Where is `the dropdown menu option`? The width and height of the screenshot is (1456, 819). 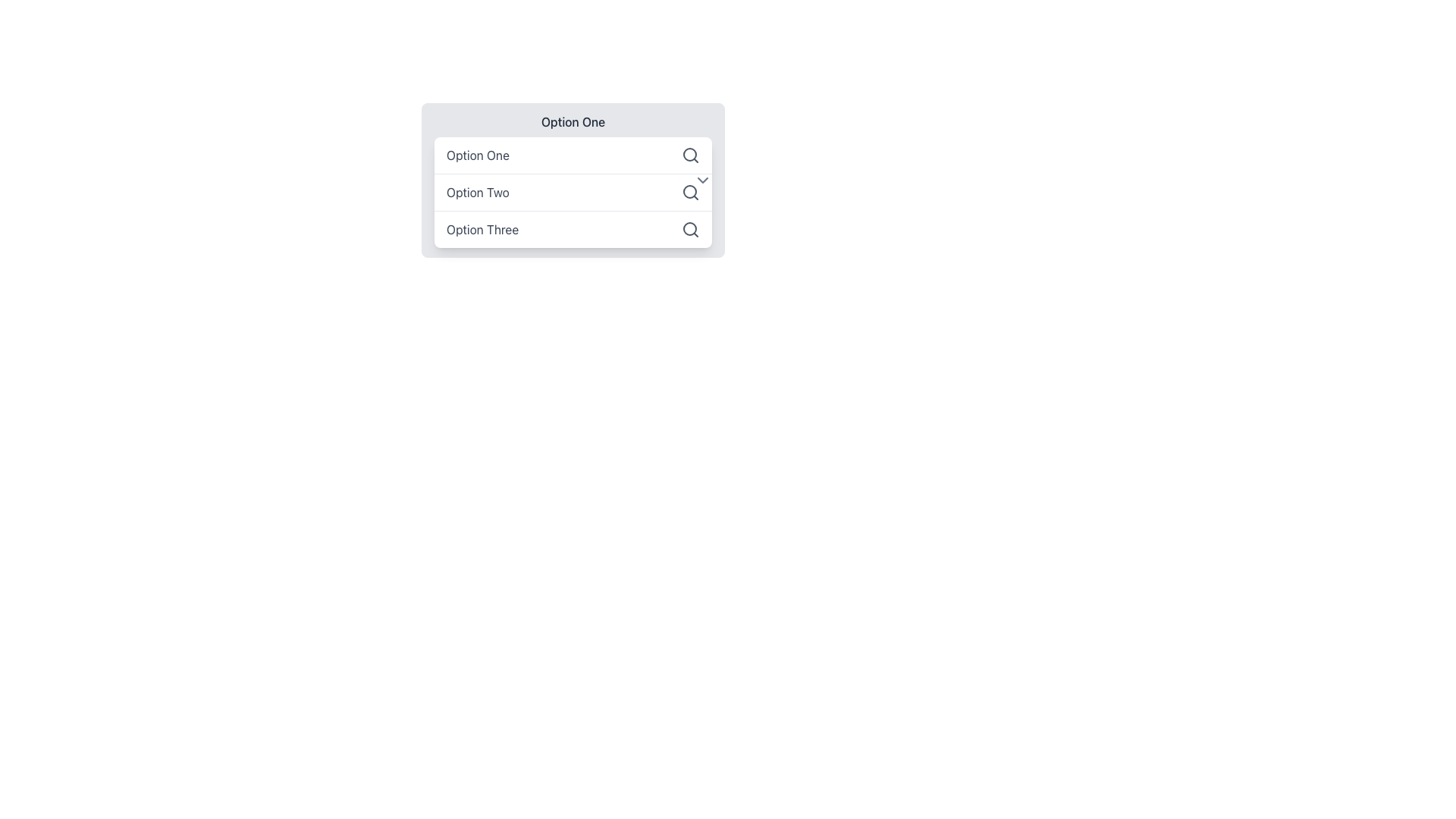 the dropdown menu option is located at coordinates (572, 192).